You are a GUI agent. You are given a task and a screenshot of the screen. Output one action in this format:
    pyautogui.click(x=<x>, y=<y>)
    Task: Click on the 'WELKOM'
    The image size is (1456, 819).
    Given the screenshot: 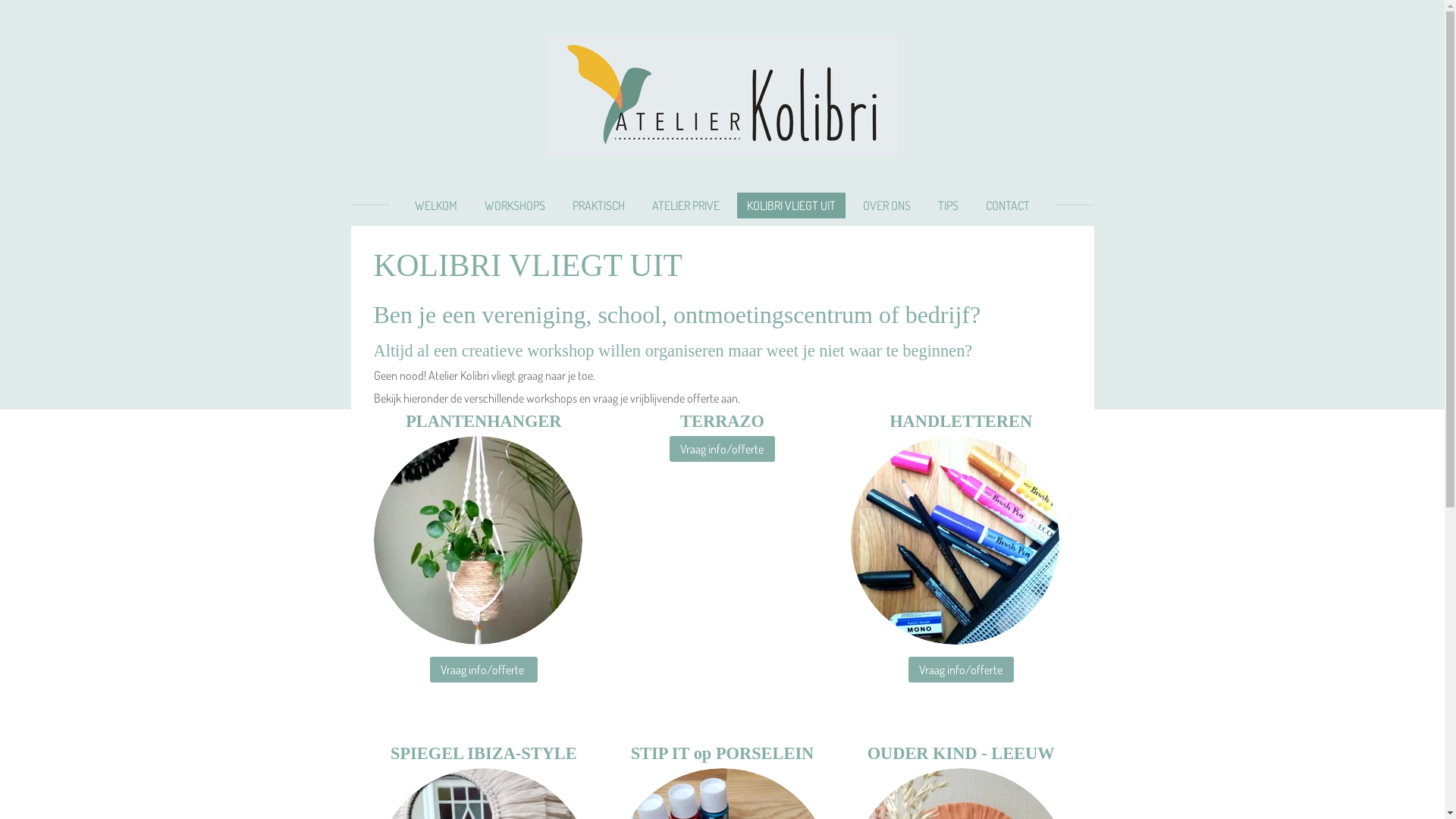 What is the action you would take?
    pyautogui.click(x=435, y=205)
    